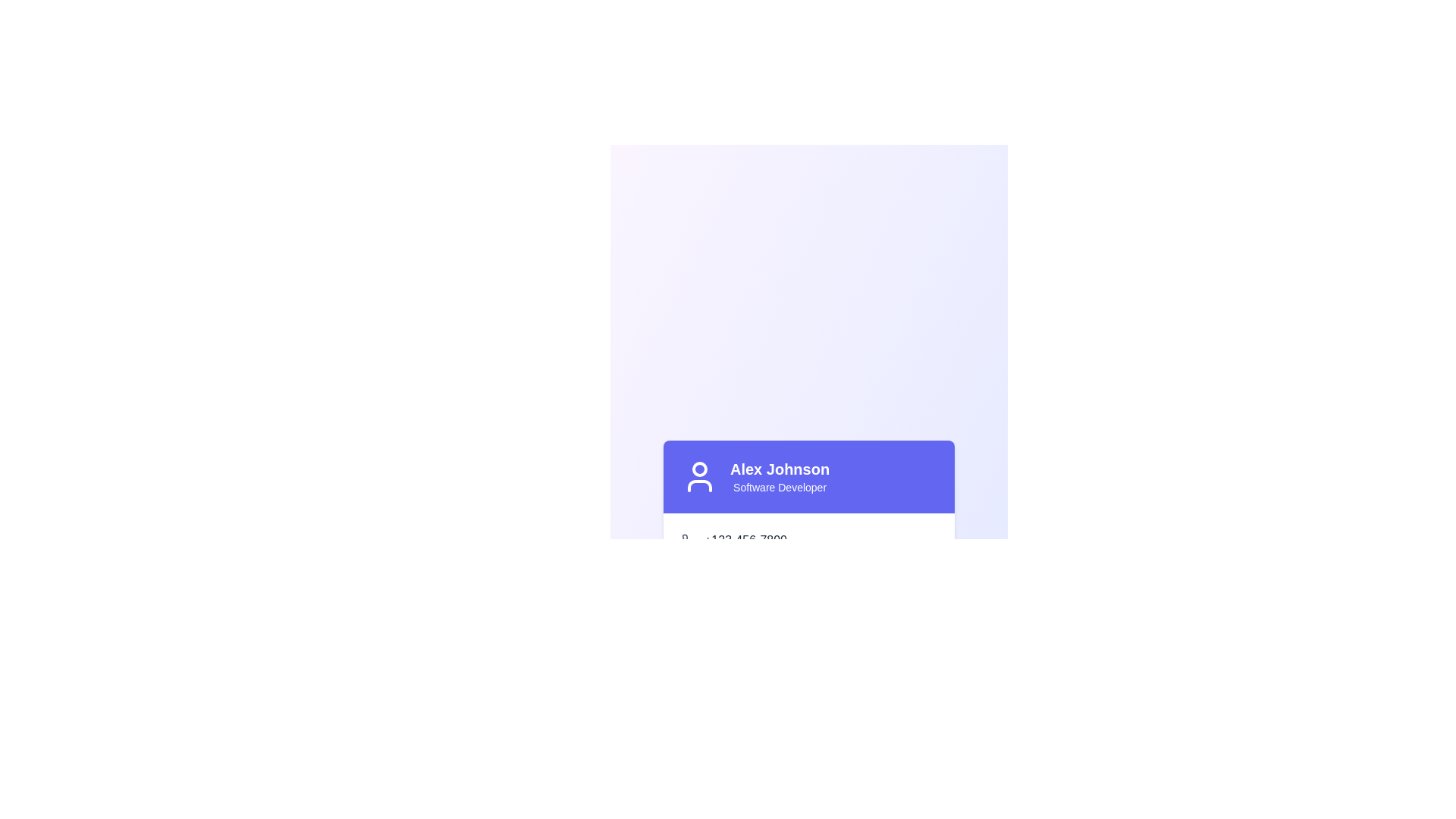 This screenshot has width=1456, height=819. I want to click on the text label displaying the user's phone number, which is located to the right of a phone icon and below the user's name and role, so click(745, 540).